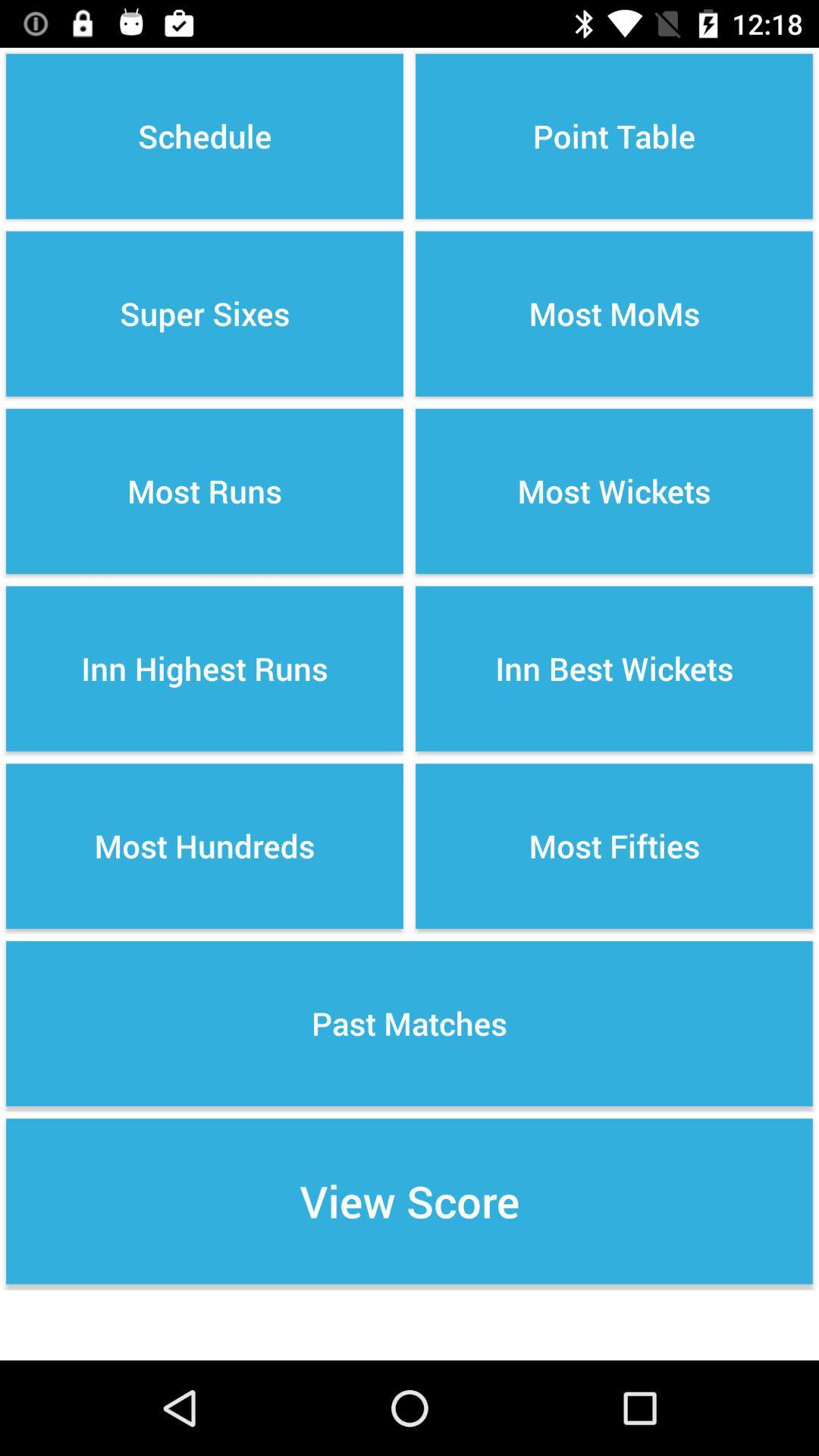  Describe the element at coordinates (409, 1200) in the screenshot. I see `view score` at that location.